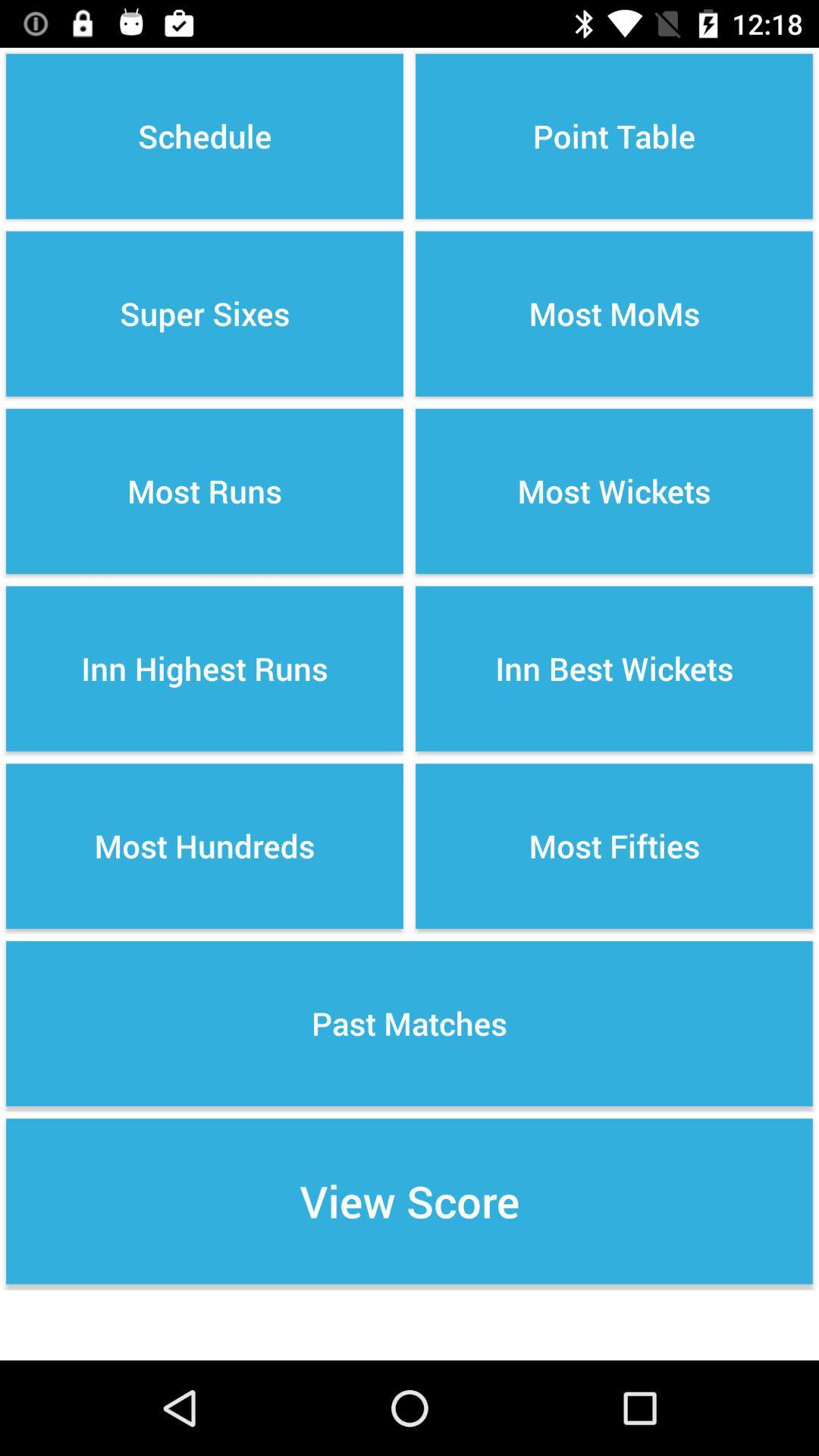  Describe the element at coordinates (409, 1200) in the screenshot. I see `view score` at that location.